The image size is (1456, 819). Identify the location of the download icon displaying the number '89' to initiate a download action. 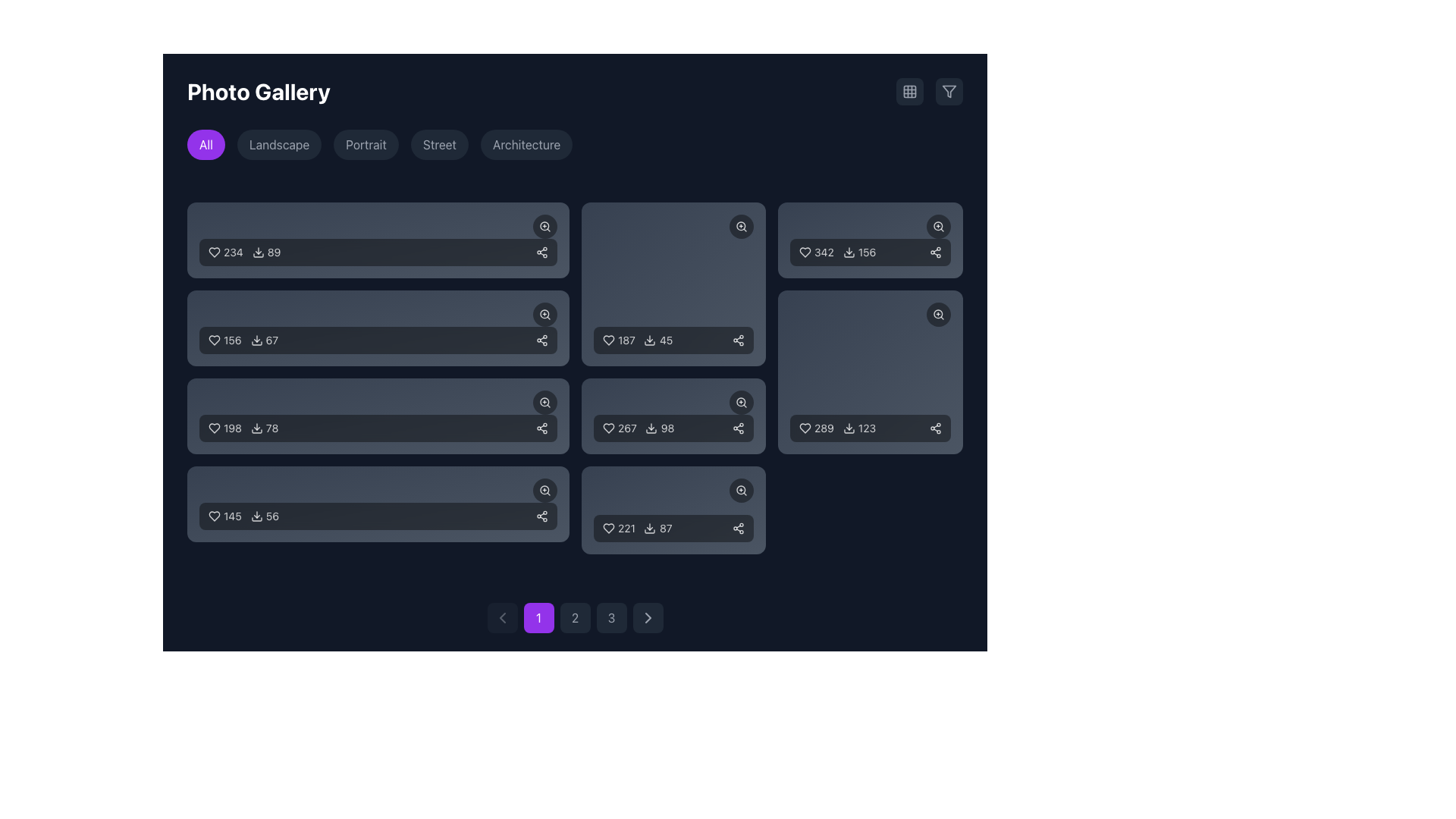
(266, 251).